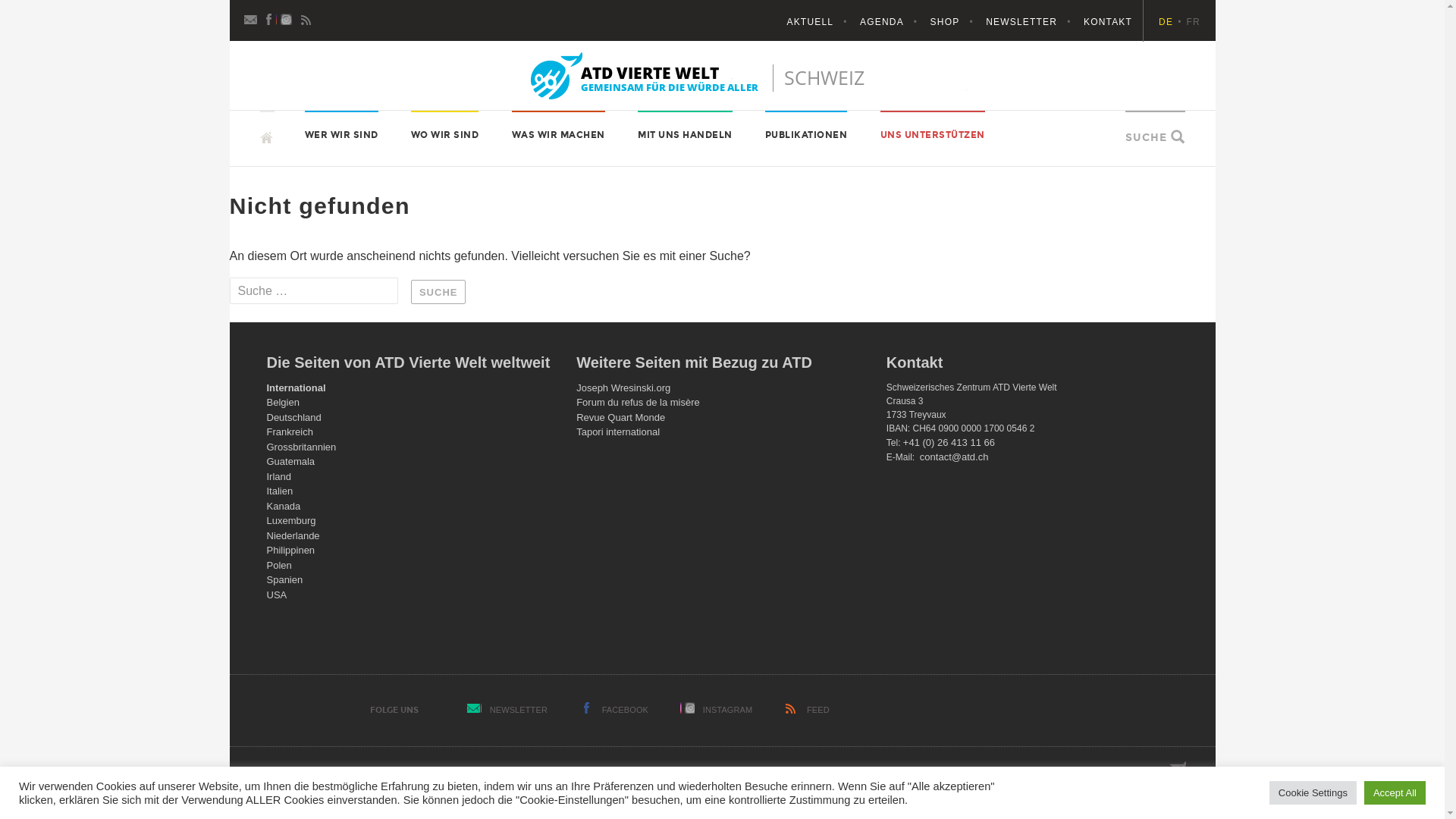 Image resolution: width=1456 pixels, height=819 pixels. I want to click on 'DE', so click(1171, 22).